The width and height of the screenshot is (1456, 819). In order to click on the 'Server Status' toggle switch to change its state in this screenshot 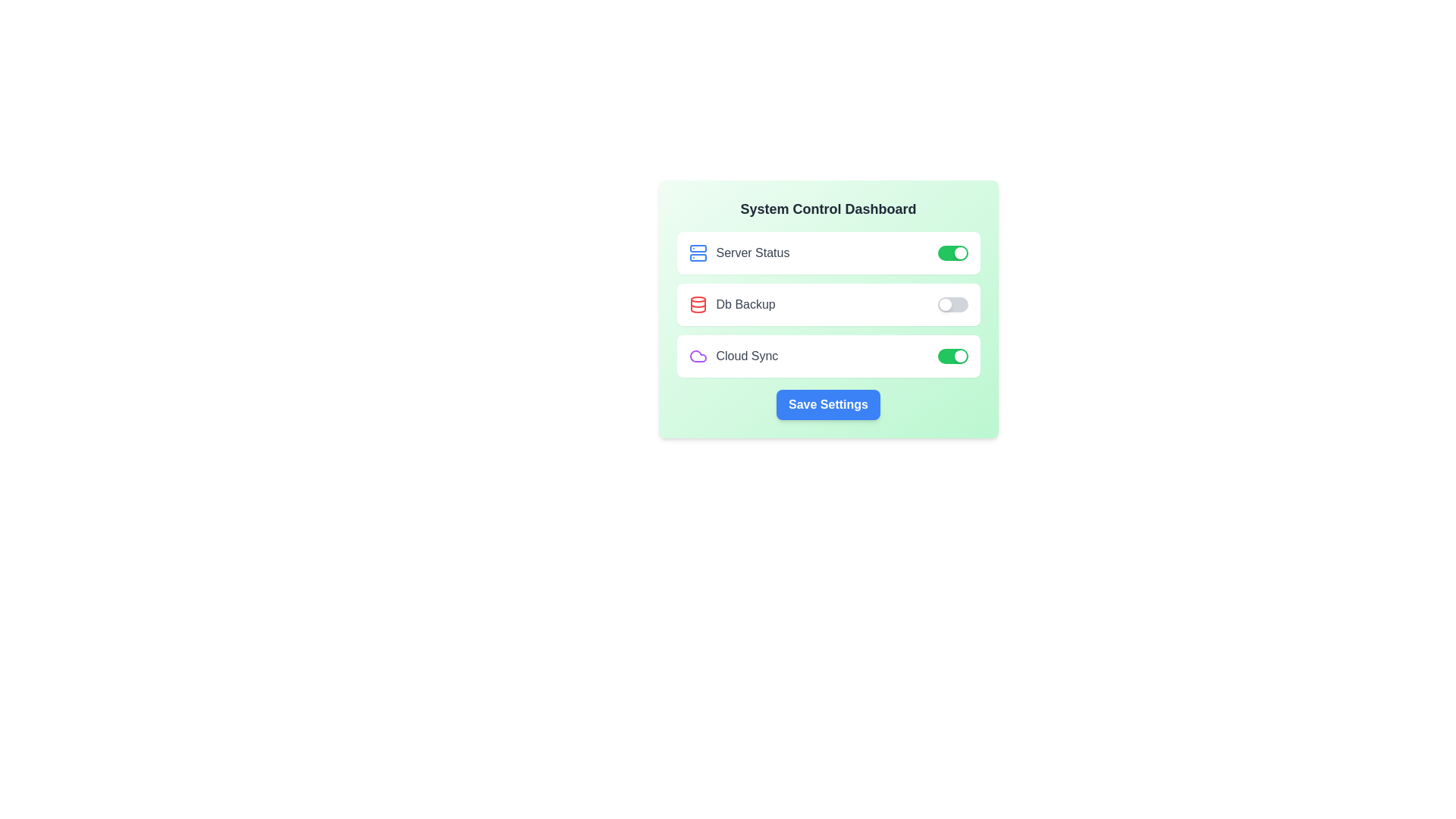, I will do `click(952, 253)`.